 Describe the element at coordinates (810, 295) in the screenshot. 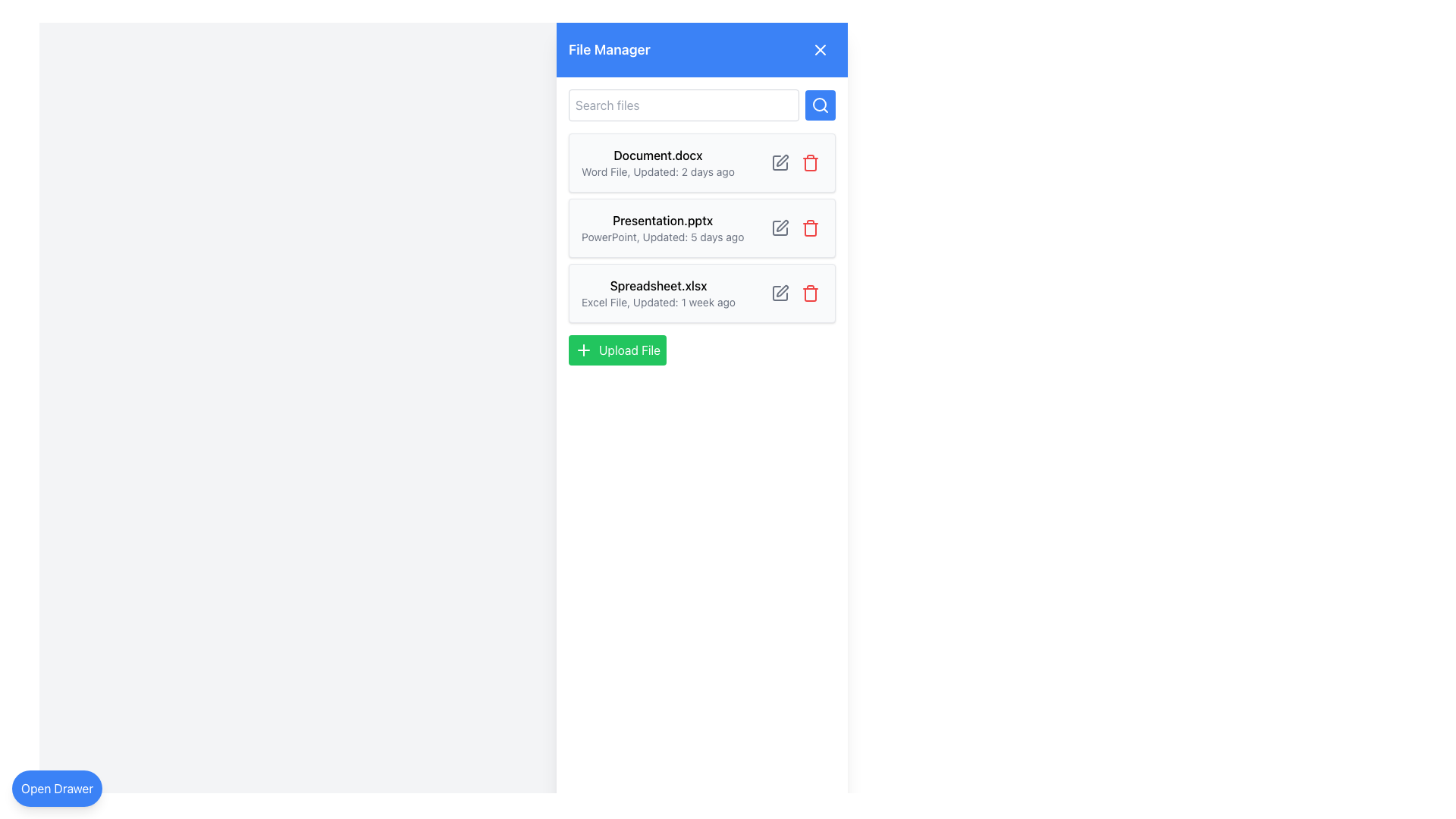

I see `the trash bin icon` at that location.